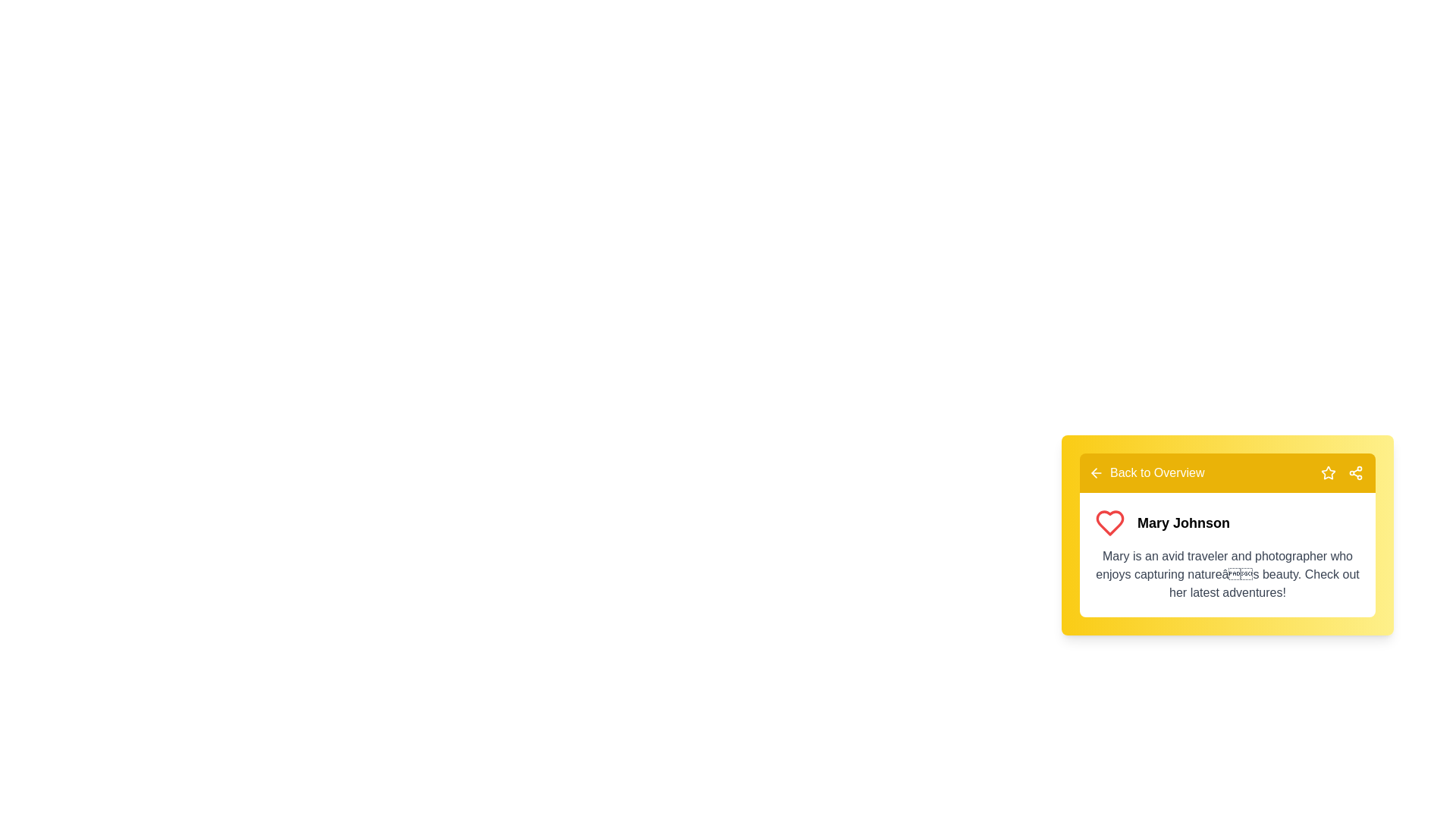  I want to click on the text label displaying 'Mary Johnson', so click(1182, 522).